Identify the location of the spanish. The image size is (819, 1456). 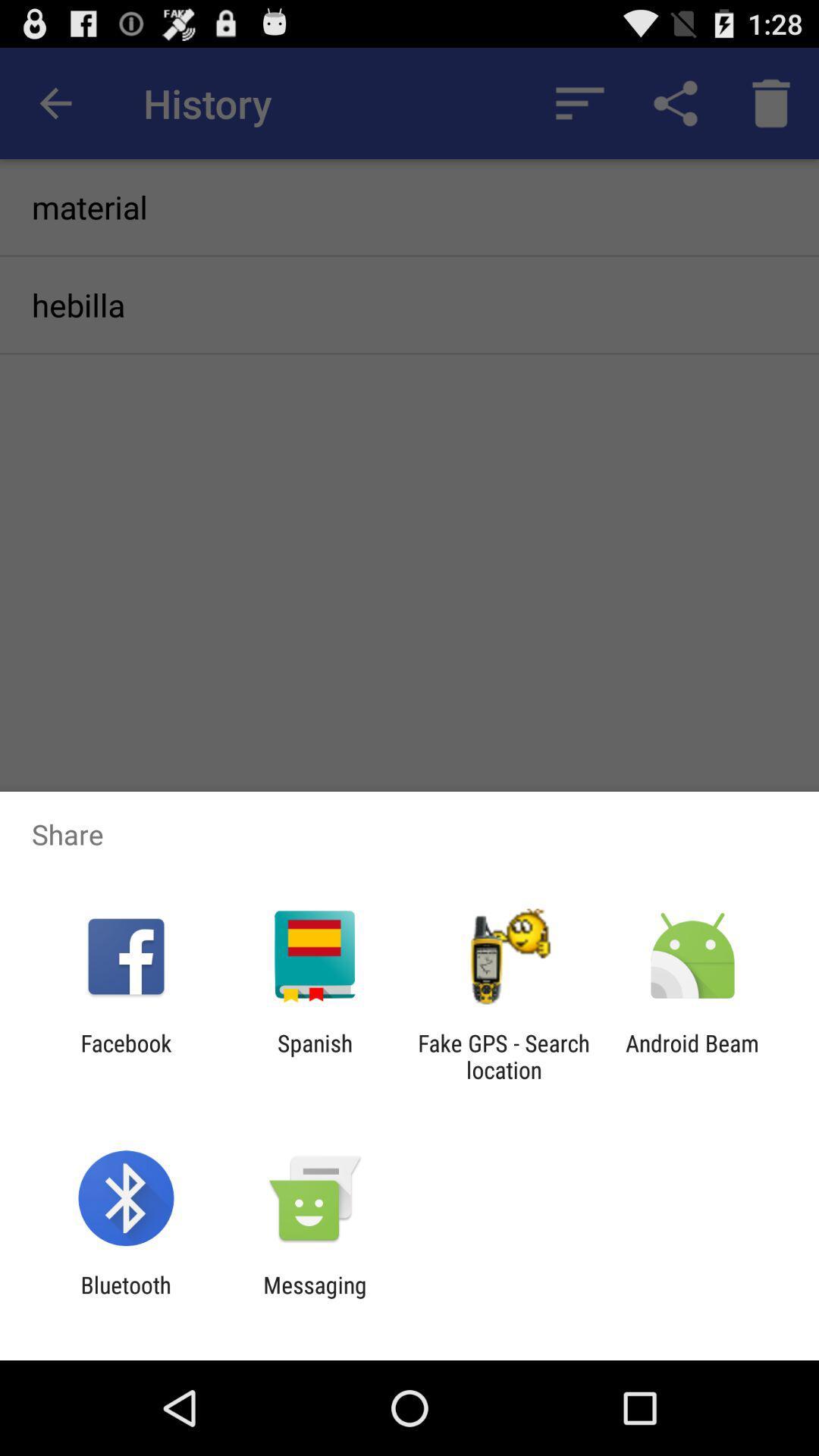
(314, 1056).